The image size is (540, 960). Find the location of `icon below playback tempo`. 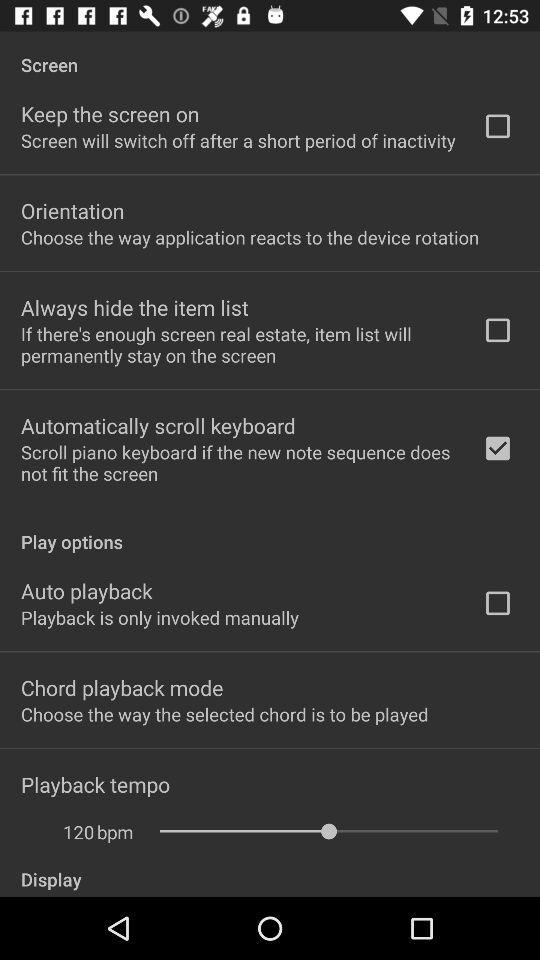

icon below playback tempo is located at coordinates (67, 832).